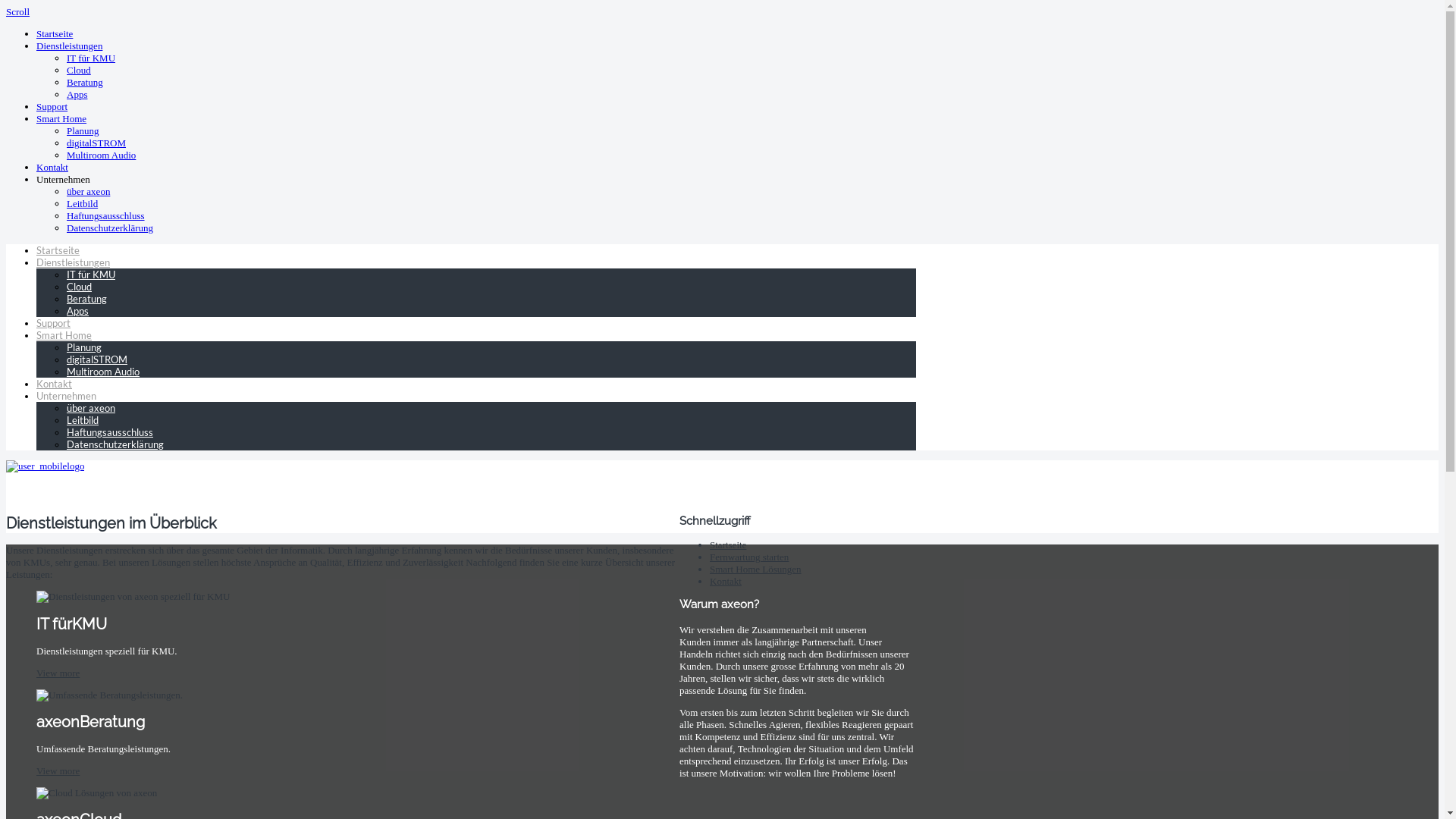  What do you see at coordinates (96, 359) in the screenshot?
I see `'digitalSTROM'` at bounding box center [96, 359].